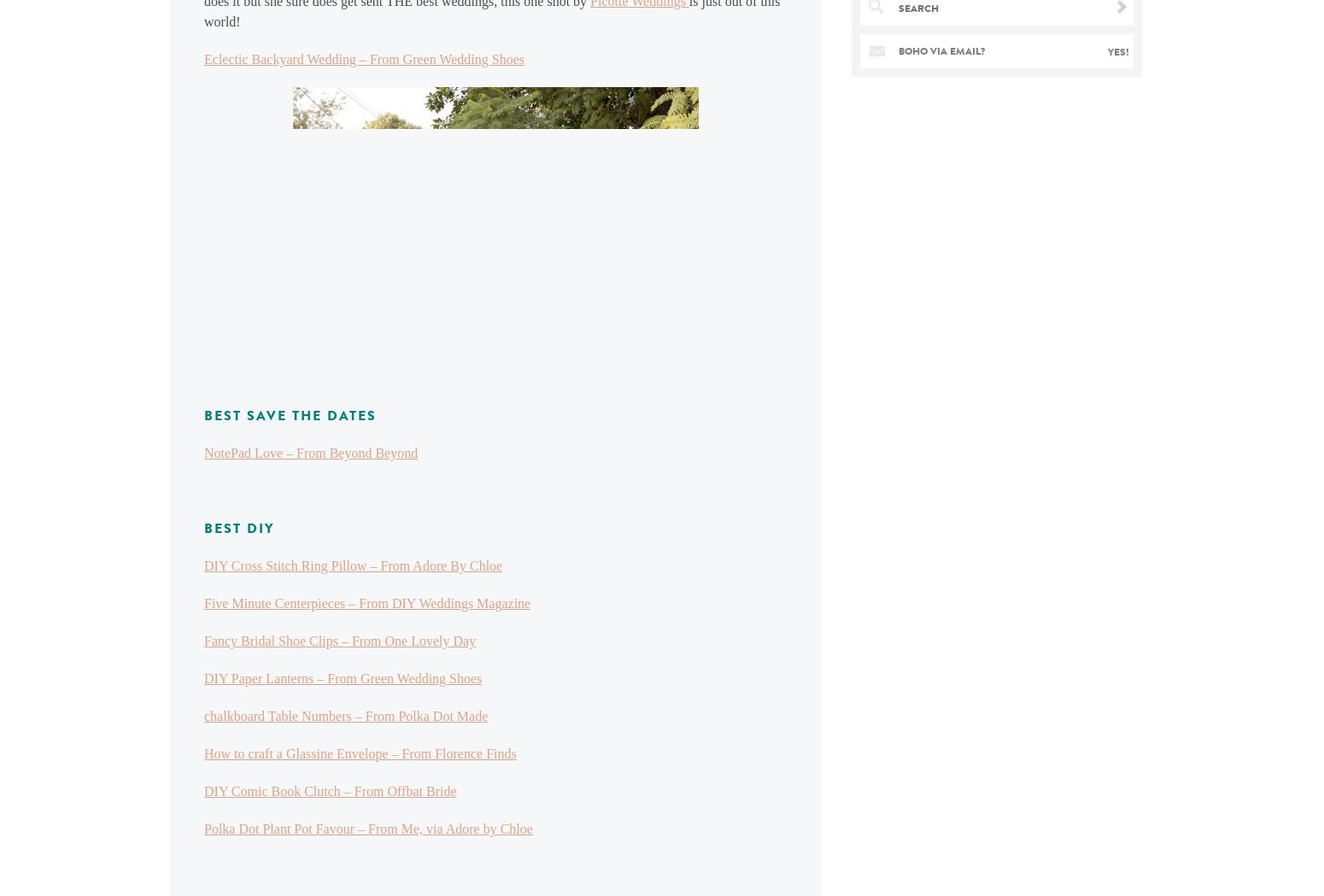 This screenshot has width=1324, height=896. Describe the element at coordinates (363, 59) in the screenshot. I see `'Eclectic Backyard Wedding – From Green Wedding Shoes'` at that location.